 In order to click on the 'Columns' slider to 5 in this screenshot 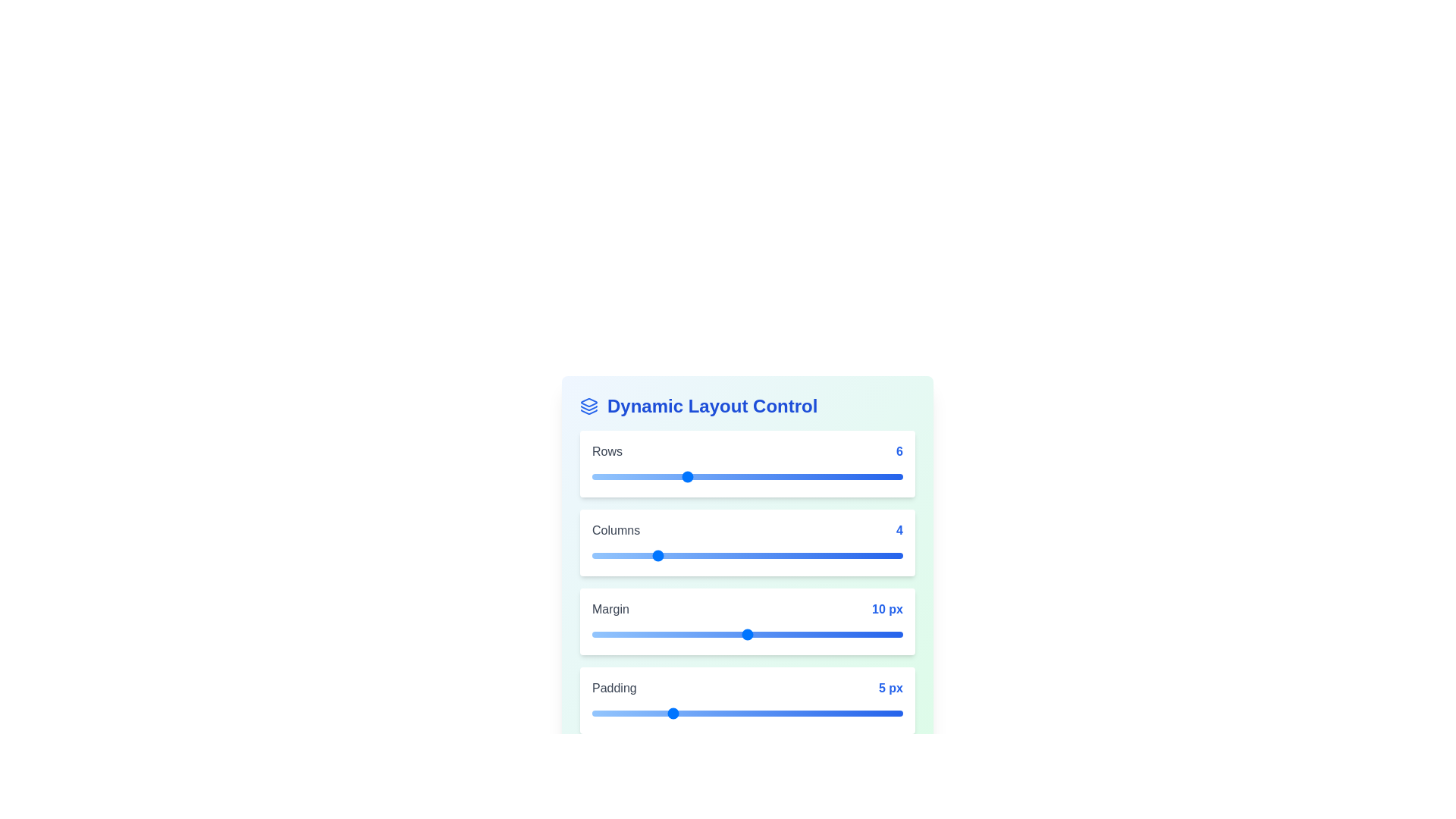, I will do `click(669, 555)`.